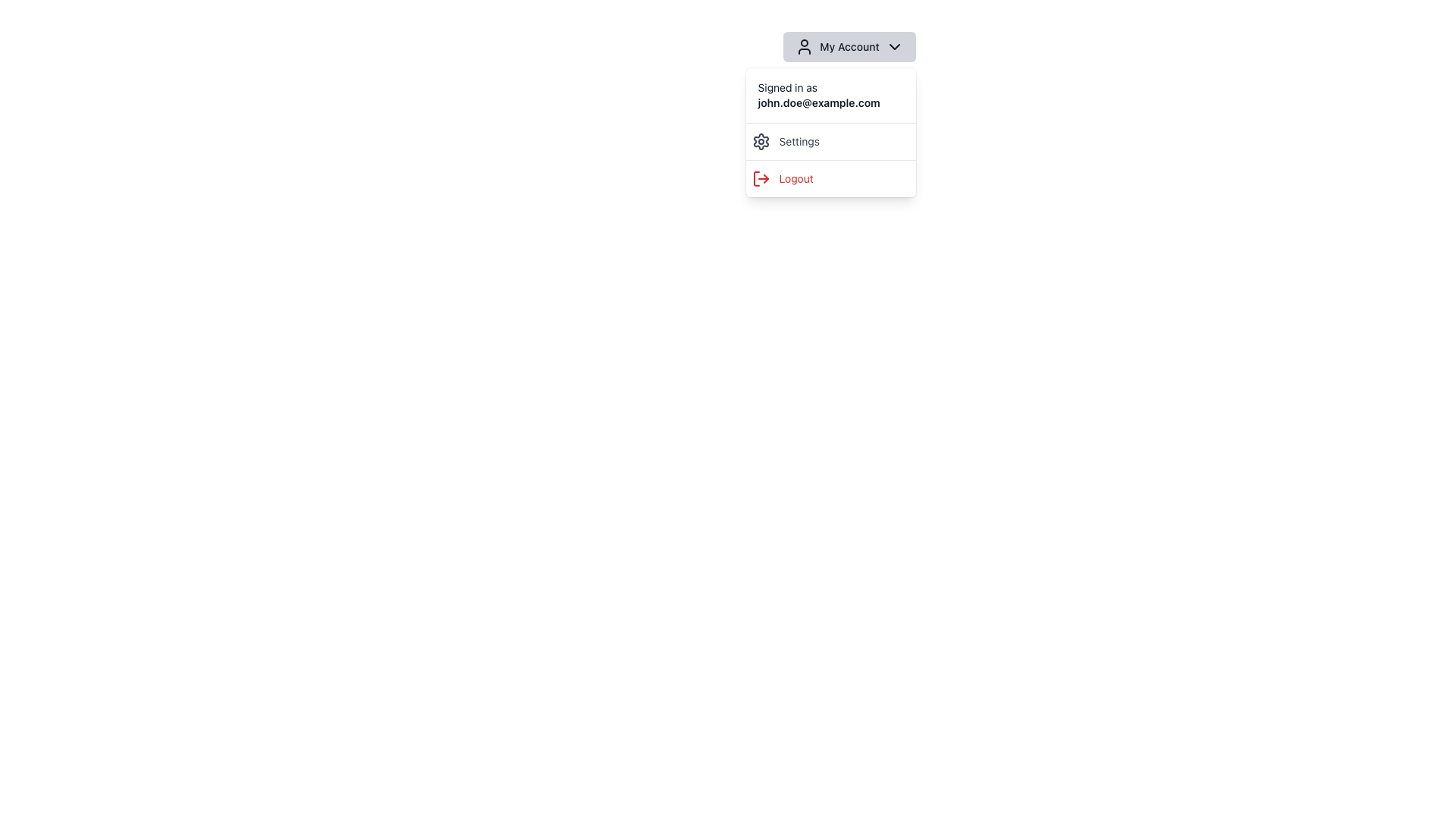  I want to click on the logout button located at the bottom of the user menu dropdown, so click(830, 177).